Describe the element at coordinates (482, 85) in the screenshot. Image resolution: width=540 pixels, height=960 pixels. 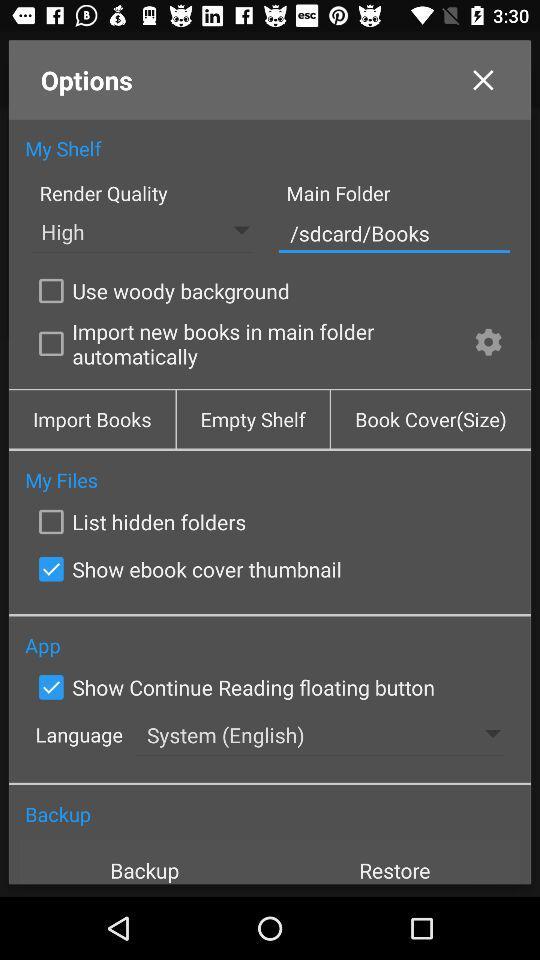
I see `the close icon` at that location.